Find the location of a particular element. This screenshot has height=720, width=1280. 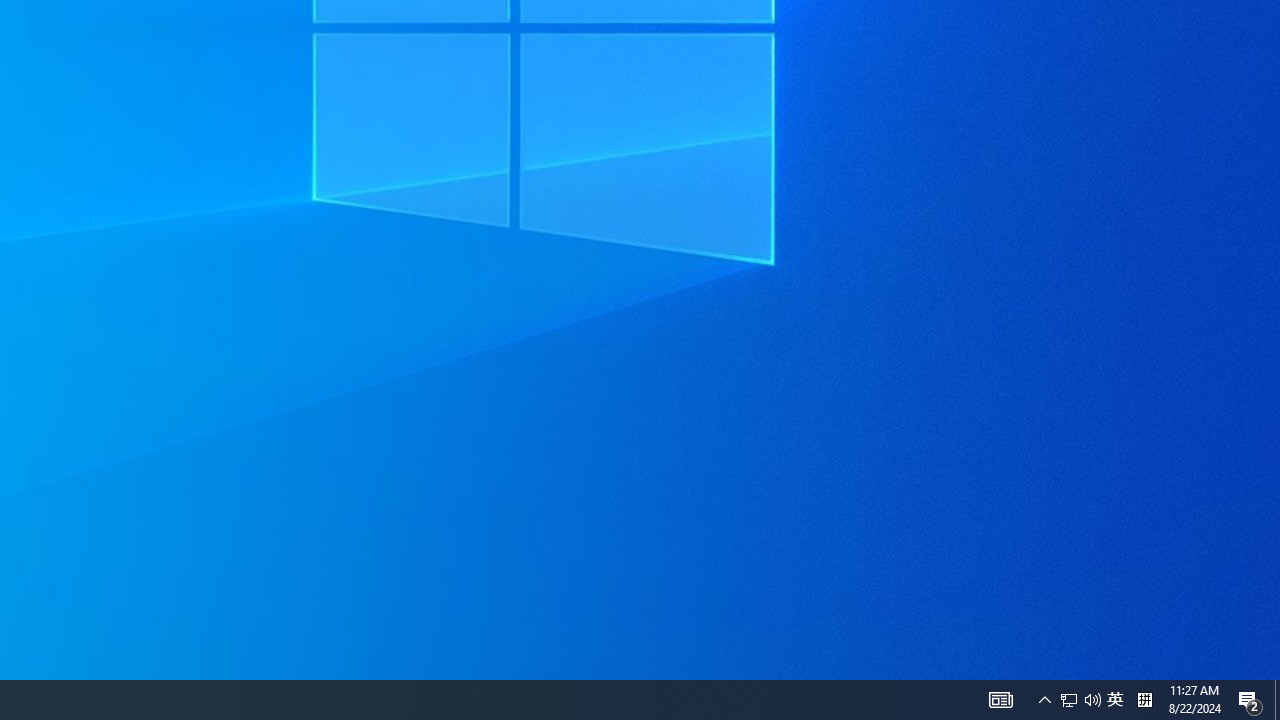

'Action Center, 2 new notifications' is located at coordinates (1250, 698).